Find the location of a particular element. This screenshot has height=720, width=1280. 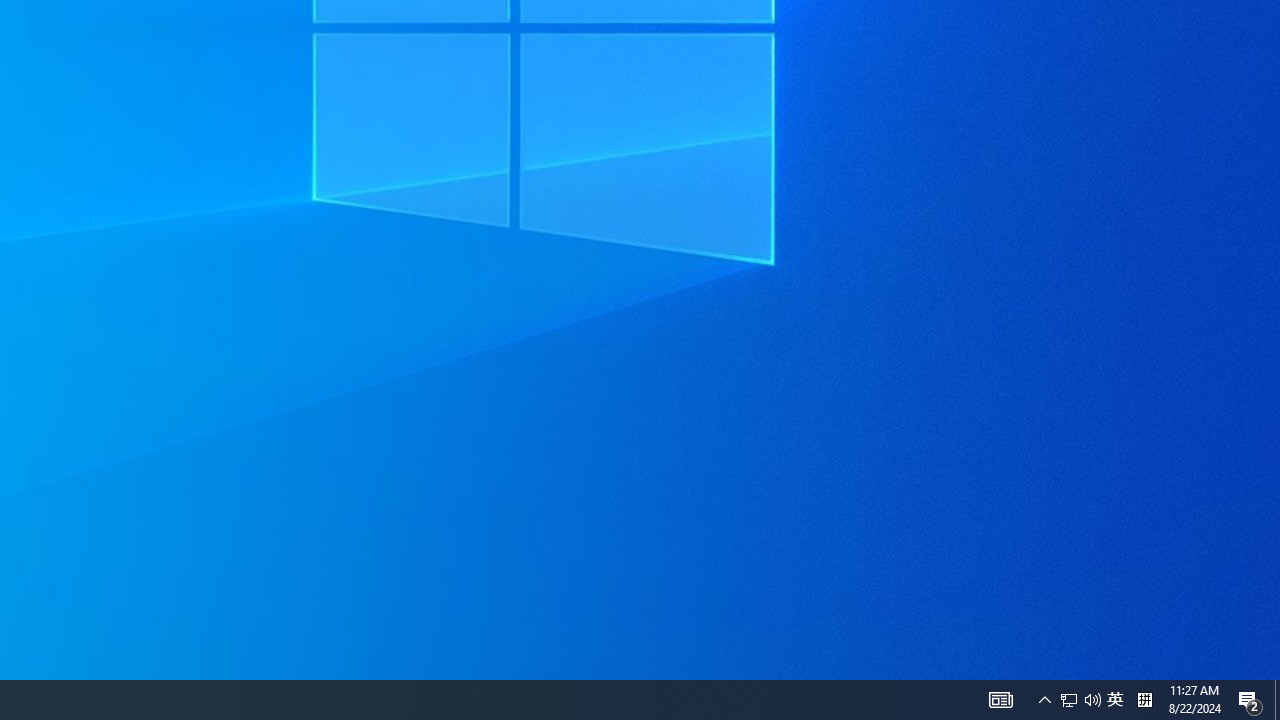

'Action Center, 2 new notifications' is located at coordinates (1250, 698).